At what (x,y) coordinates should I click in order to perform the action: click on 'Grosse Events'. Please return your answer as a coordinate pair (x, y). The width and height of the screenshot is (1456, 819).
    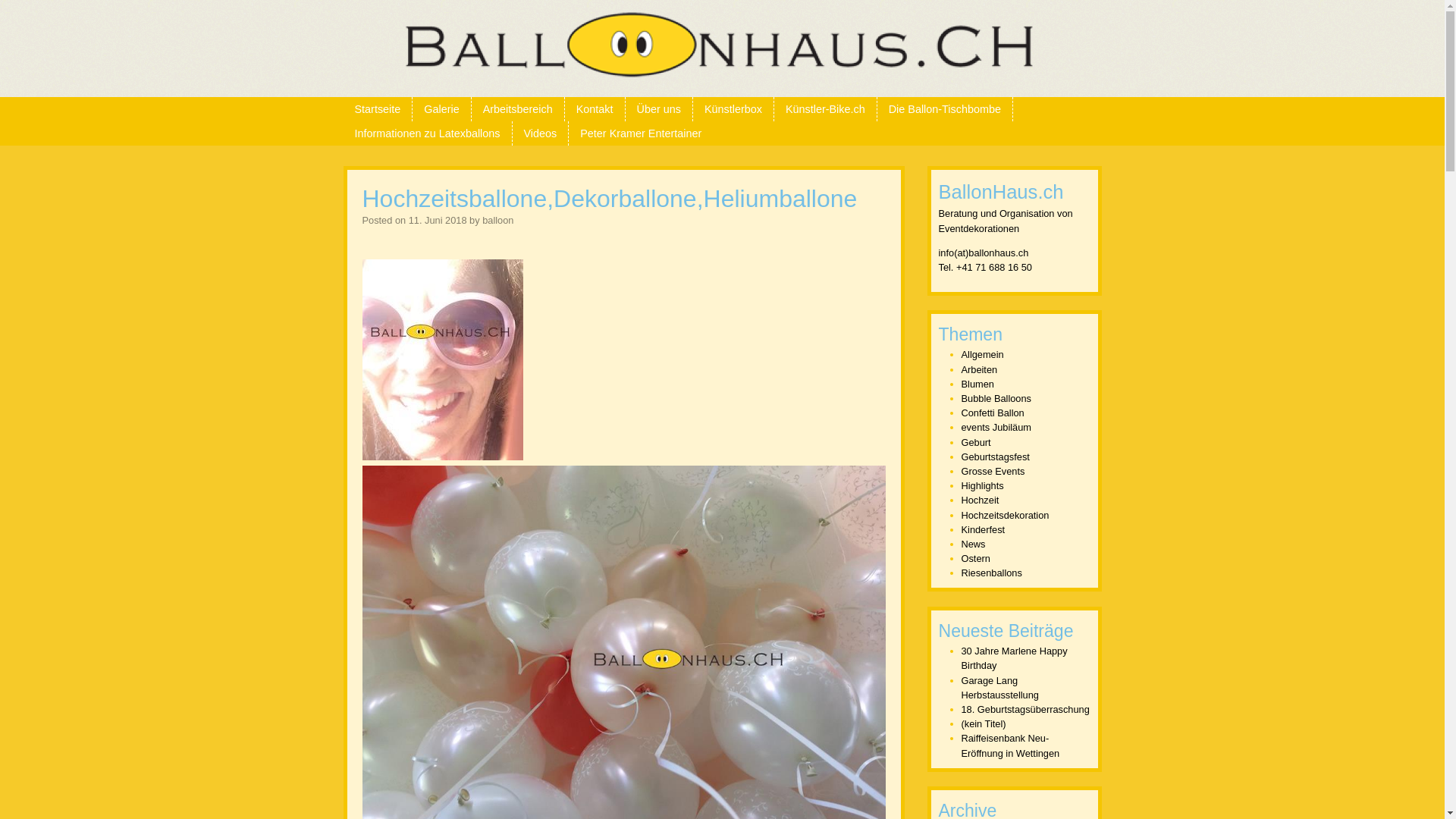
    Looking at the image, I should click on (960, 470).